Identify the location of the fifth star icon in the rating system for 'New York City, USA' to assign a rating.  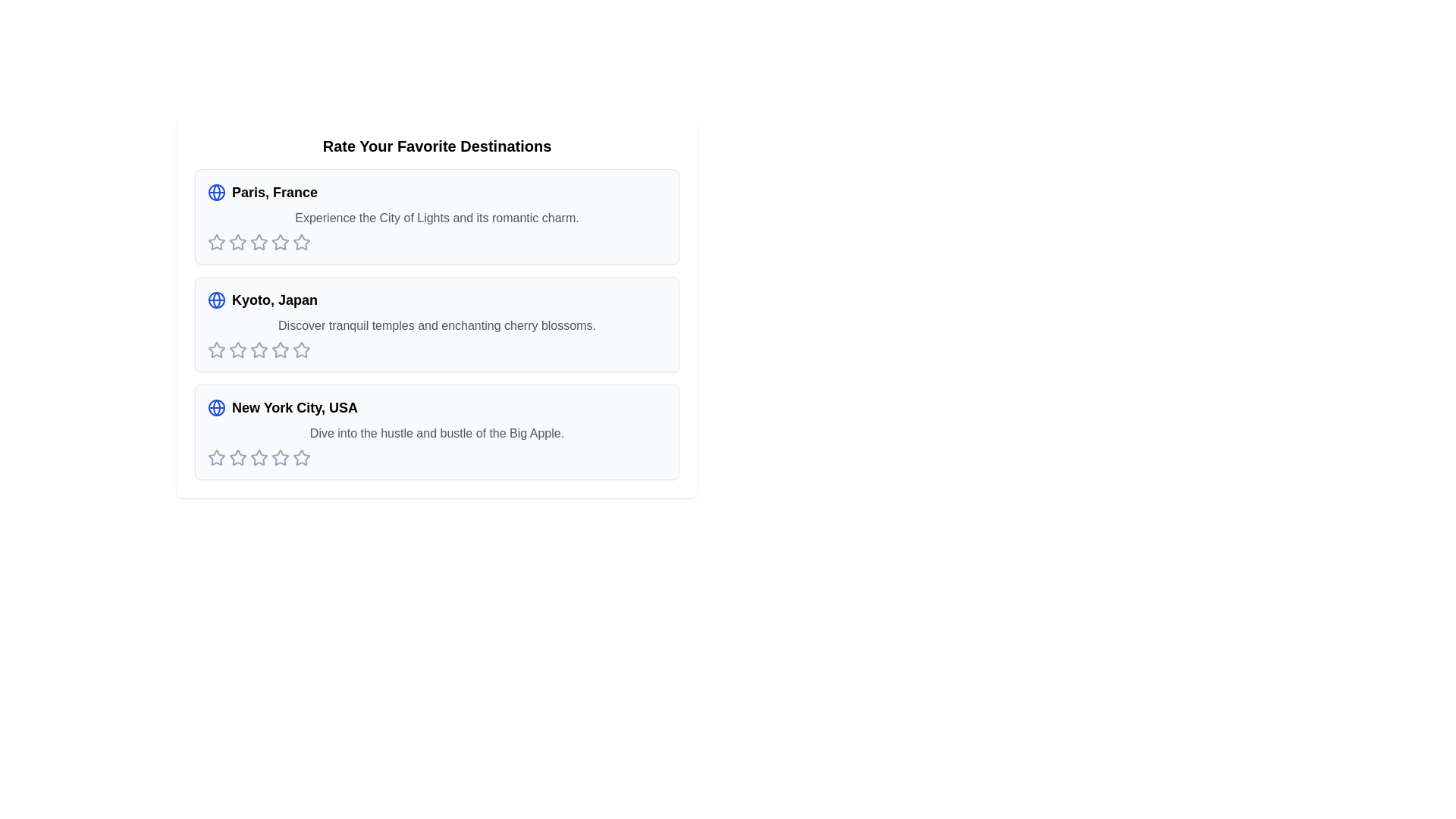
(302, 457).